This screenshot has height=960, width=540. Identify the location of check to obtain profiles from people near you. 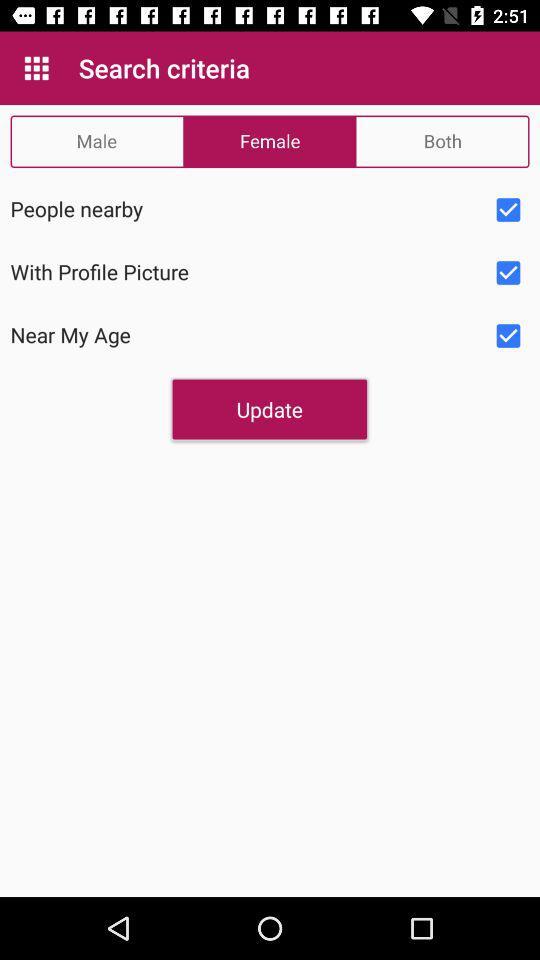
(508, 210).